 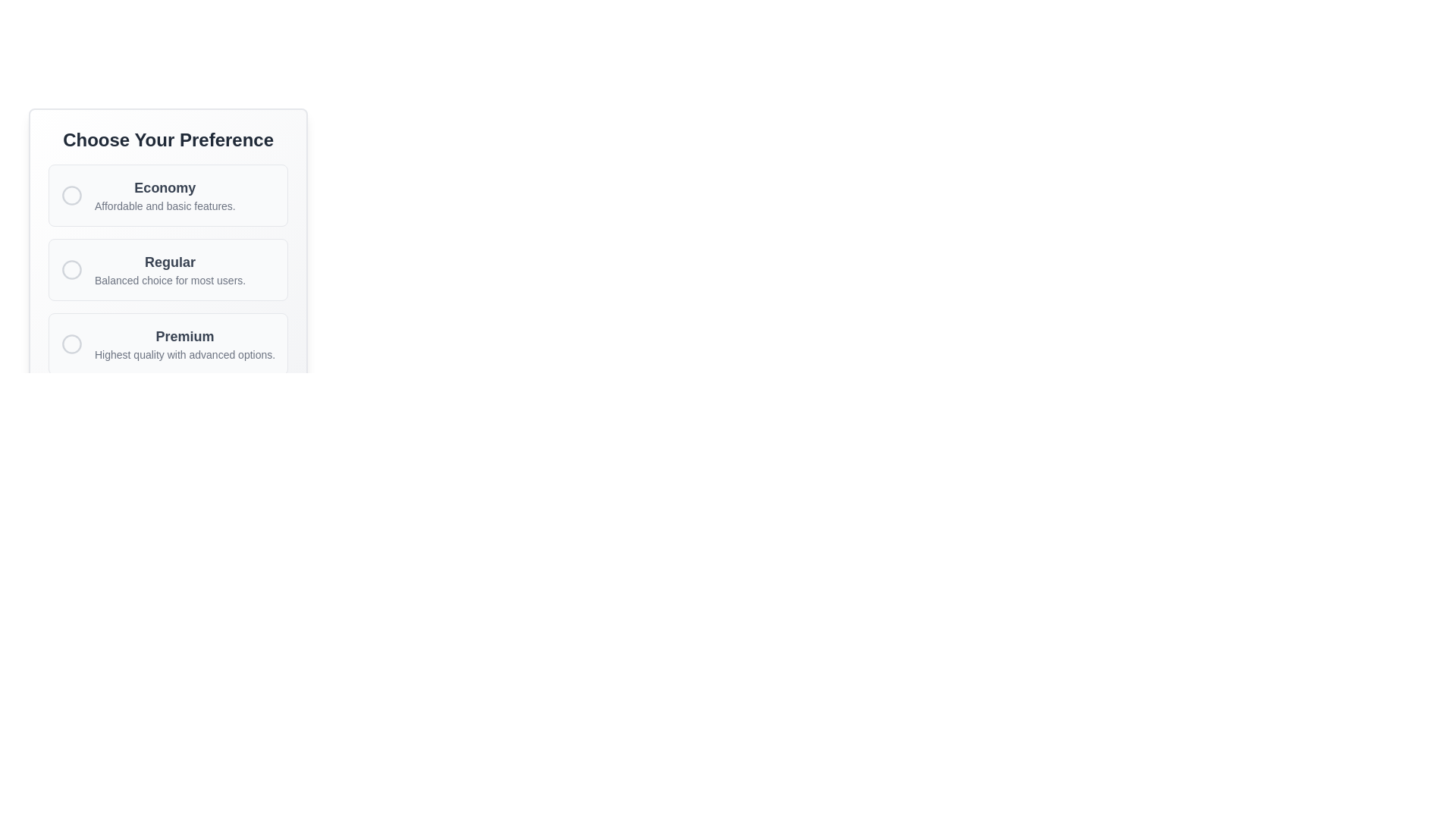 I want to click on the 'Regular' option in the selection group, so click(x=168, y=268).